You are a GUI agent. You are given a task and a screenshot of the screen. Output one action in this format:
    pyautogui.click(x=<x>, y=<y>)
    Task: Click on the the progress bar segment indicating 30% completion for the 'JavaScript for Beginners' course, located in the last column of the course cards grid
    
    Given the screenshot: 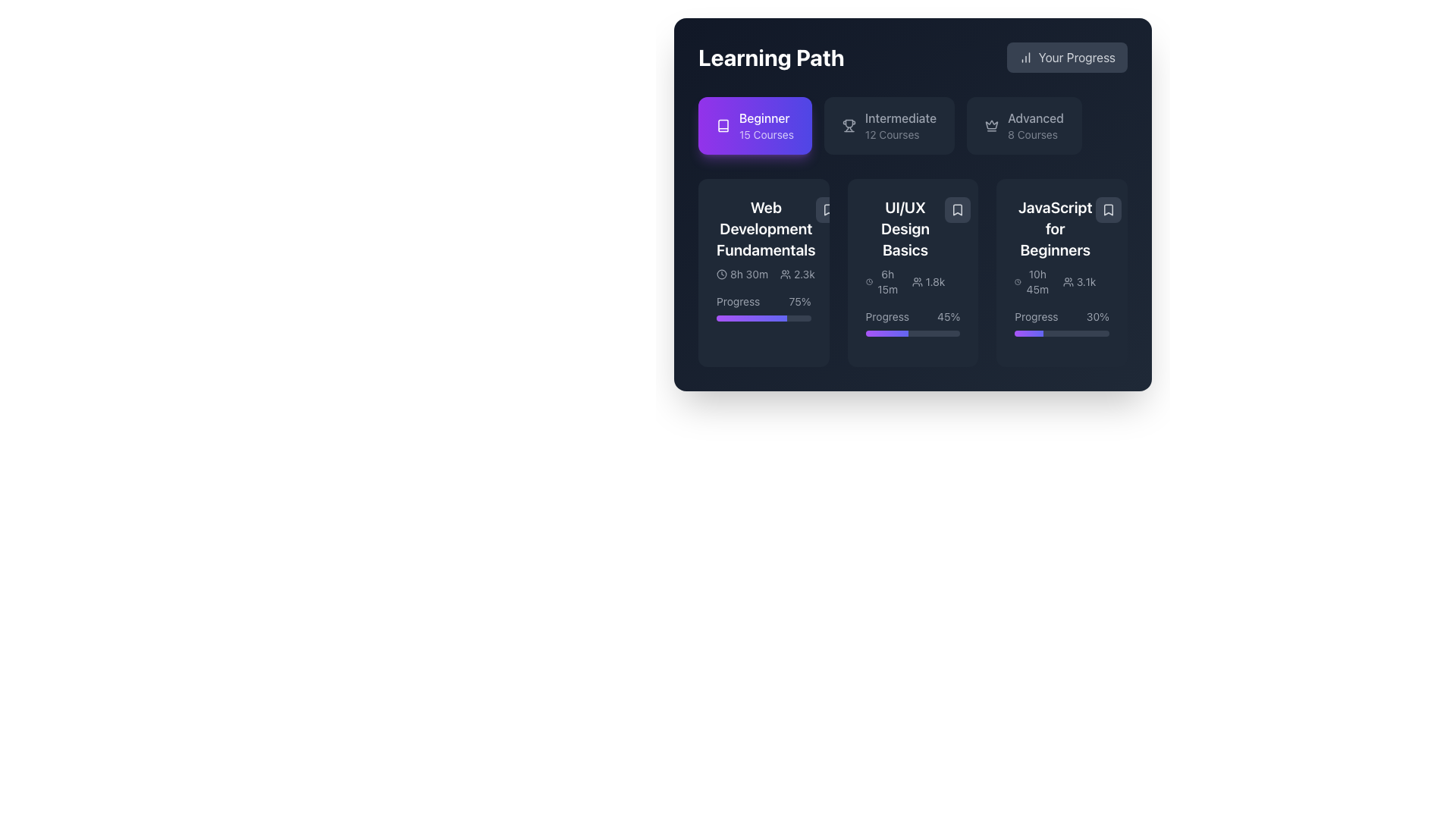 What is the action you would take?
    pyautogui.click(x=1029, y=332)
    